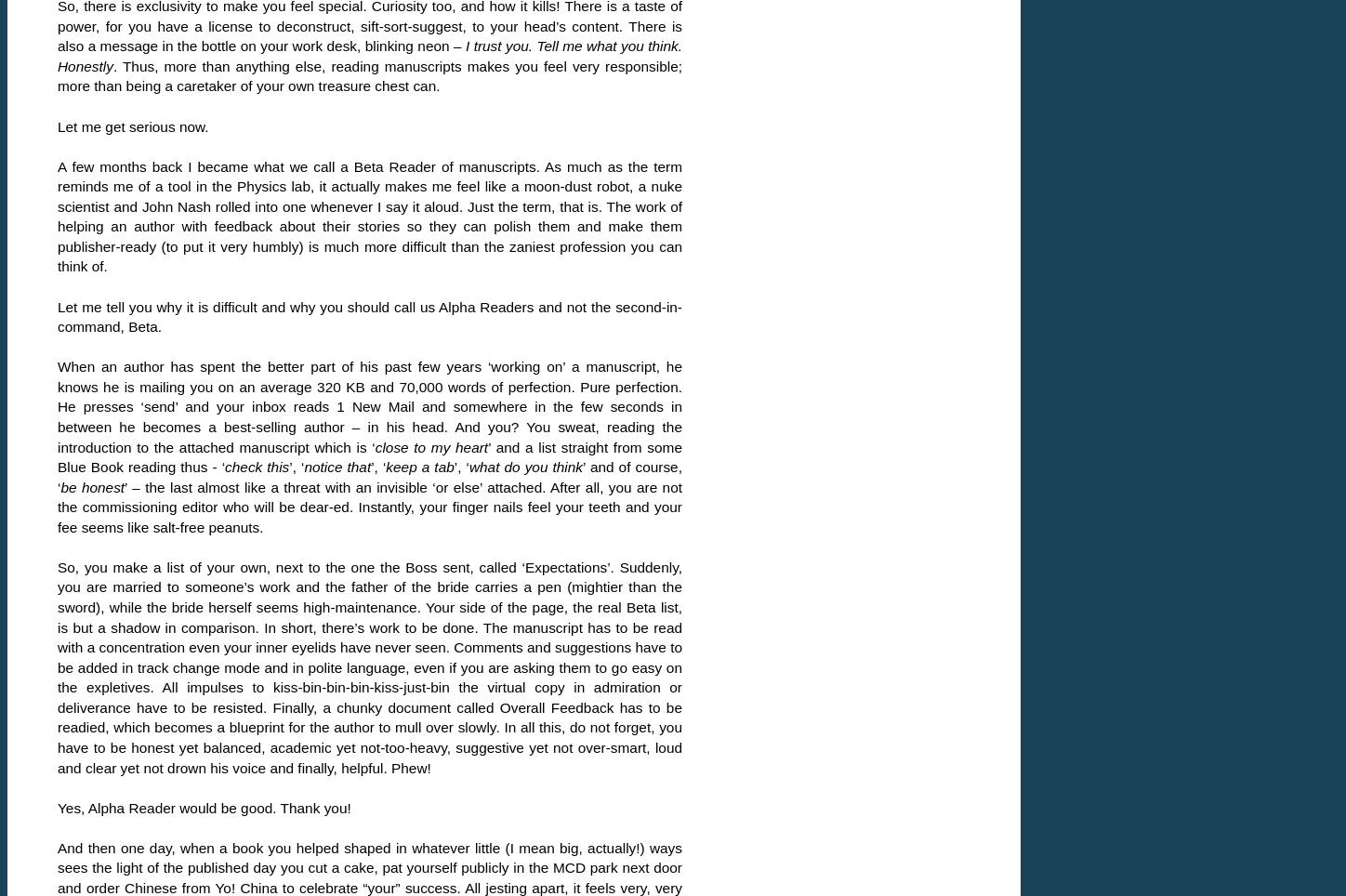 This screenshot has width=1346, height=896. Describe the element at coordinates (370, 74) in the screenshot. I see `'. Thus, more than anything else, reading manuscripts makes you feel very responsible; more than being a caretaker of your own treasure chest can.'` at that location.